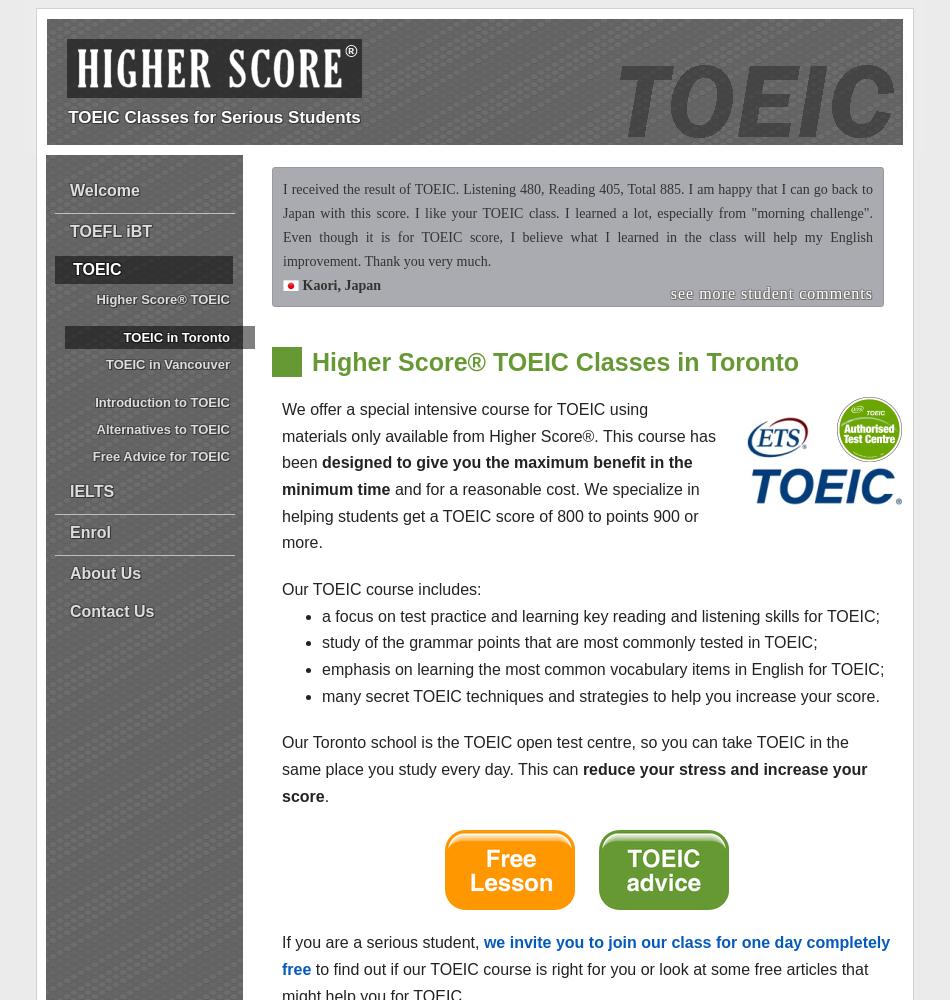 This screenshot has width=950, height=1000. I want to click on 'Alternatives to TOEIC', so click(163, 429).